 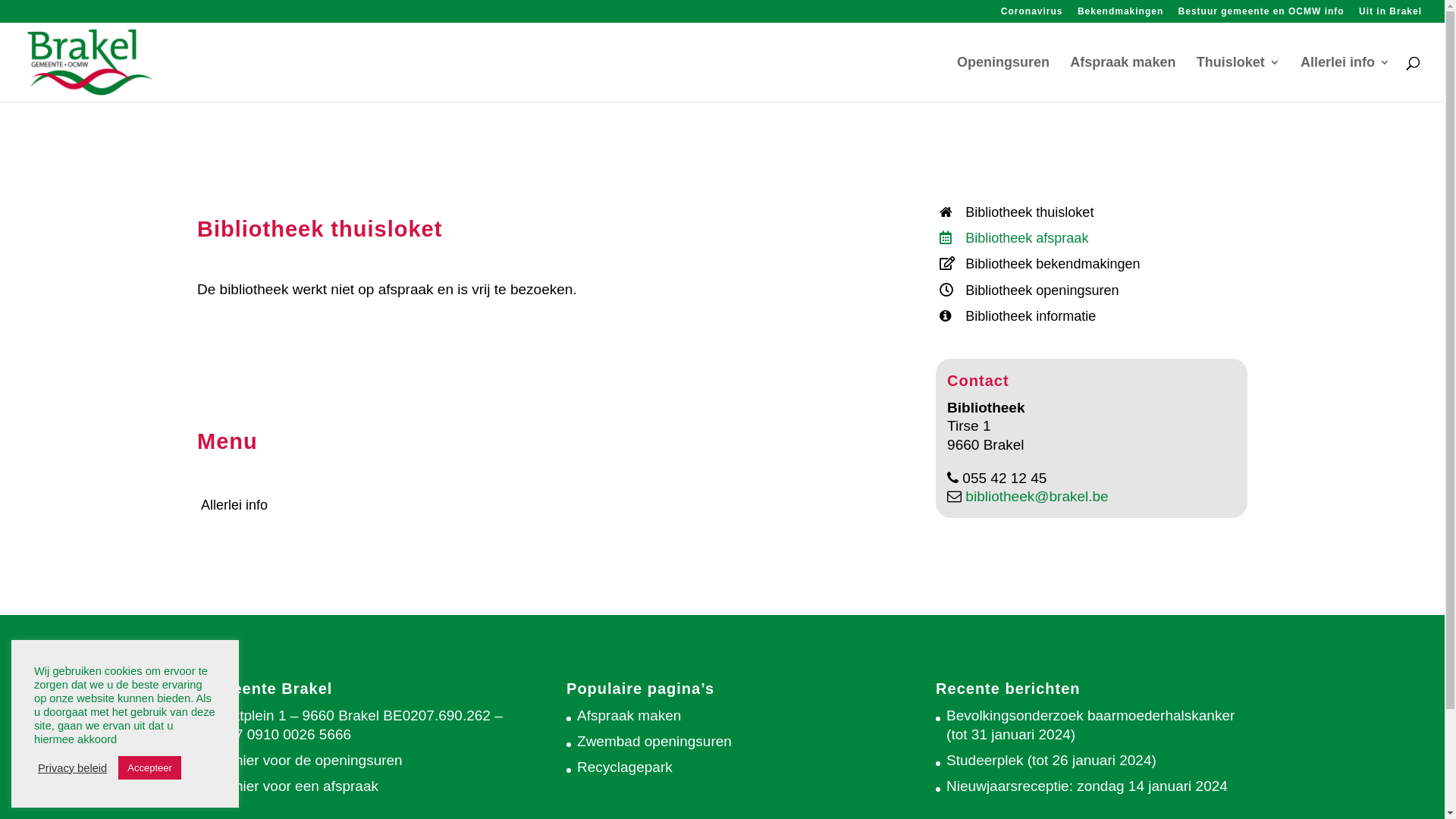 What do you see at coordinates (1261, 14) in the screenshot?
I see `'Bestuur gemeente en OCMW info'` at bounding box center [1261, 14].